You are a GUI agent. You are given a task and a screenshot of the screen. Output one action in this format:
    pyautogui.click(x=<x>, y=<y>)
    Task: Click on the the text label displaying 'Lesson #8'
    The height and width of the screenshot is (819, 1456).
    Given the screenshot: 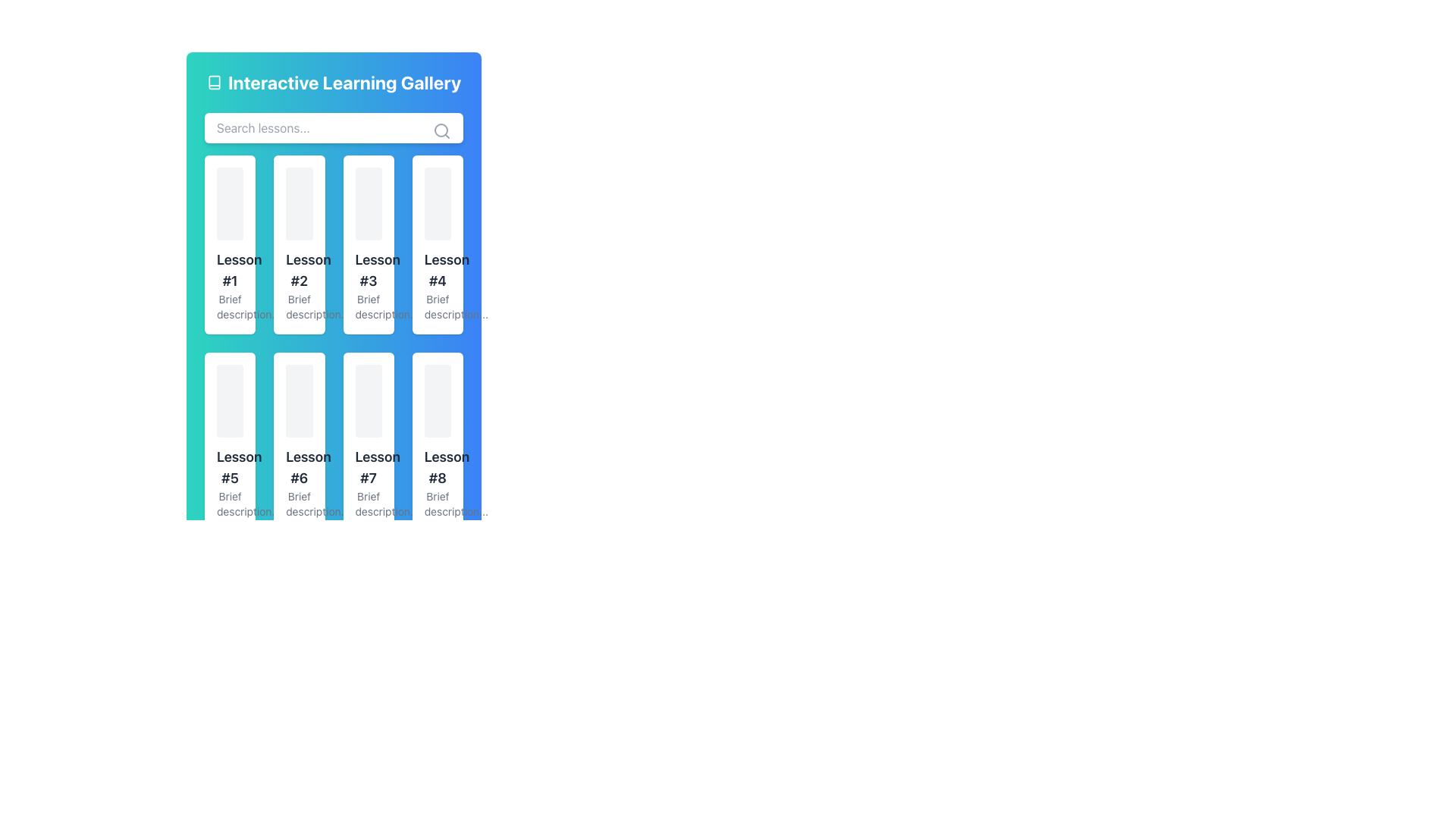 What is the action you would take?
    pyautogui.click(x=437, y=467)
    